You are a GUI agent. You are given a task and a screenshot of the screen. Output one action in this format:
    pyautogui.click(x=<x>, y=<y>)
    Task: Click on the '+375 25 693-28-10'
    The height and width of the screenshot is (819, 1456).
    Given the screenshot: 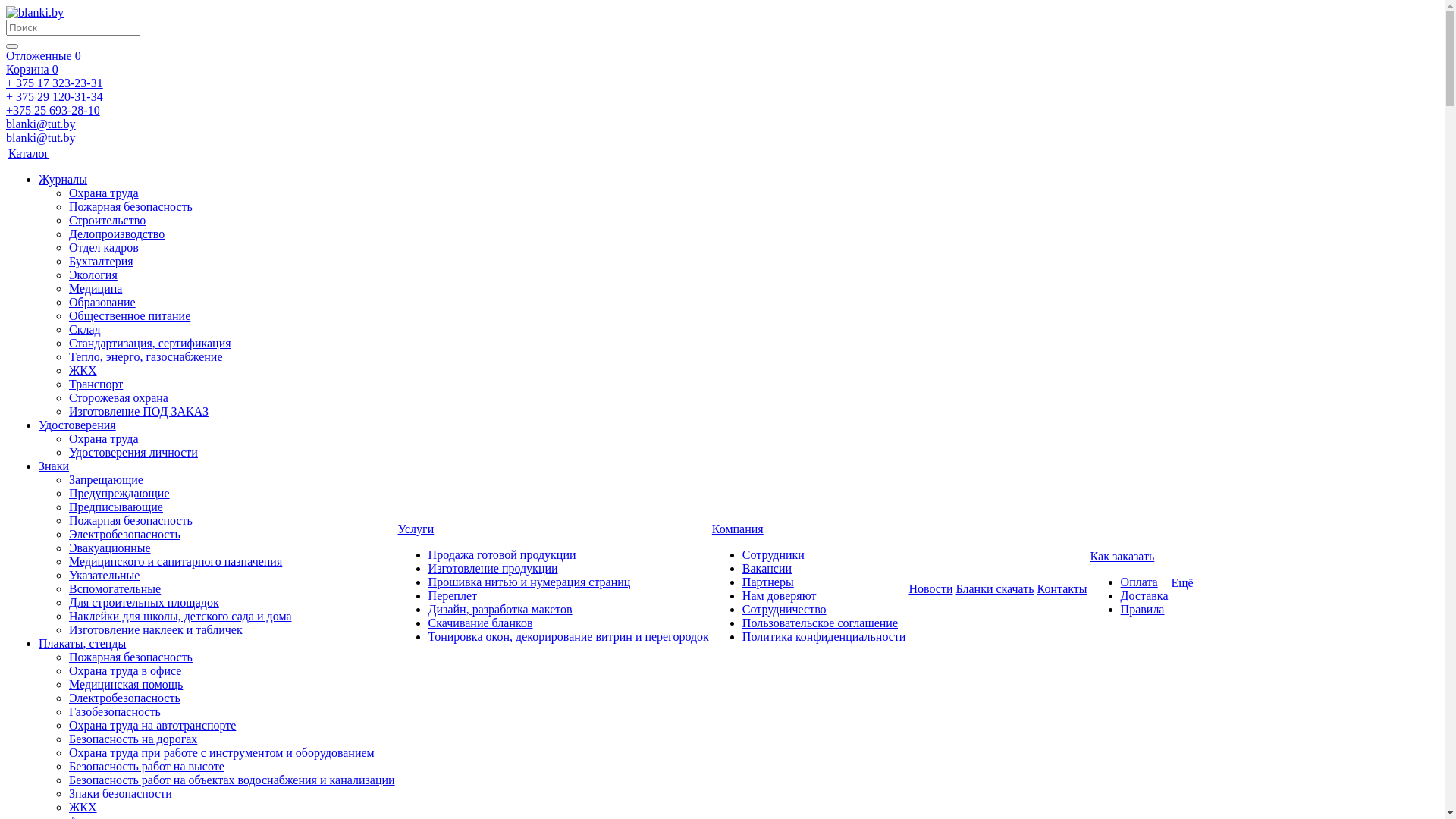 What is the action you would take?
    pyautogui.click(x=6, y=109)
    